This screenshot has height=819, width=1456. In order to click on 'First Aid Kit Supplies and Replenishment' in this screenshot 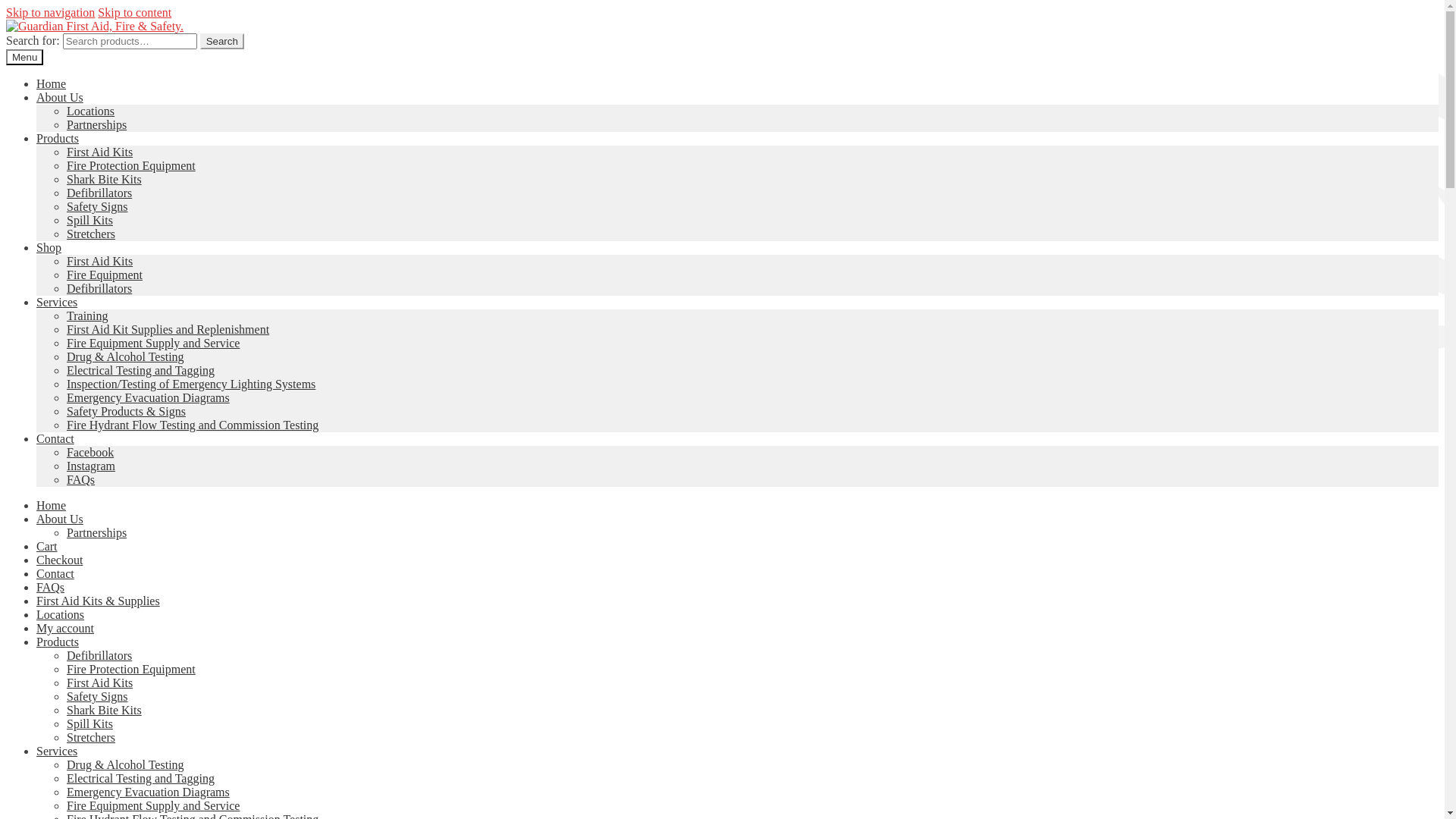, I will do `click(168, 328)`.